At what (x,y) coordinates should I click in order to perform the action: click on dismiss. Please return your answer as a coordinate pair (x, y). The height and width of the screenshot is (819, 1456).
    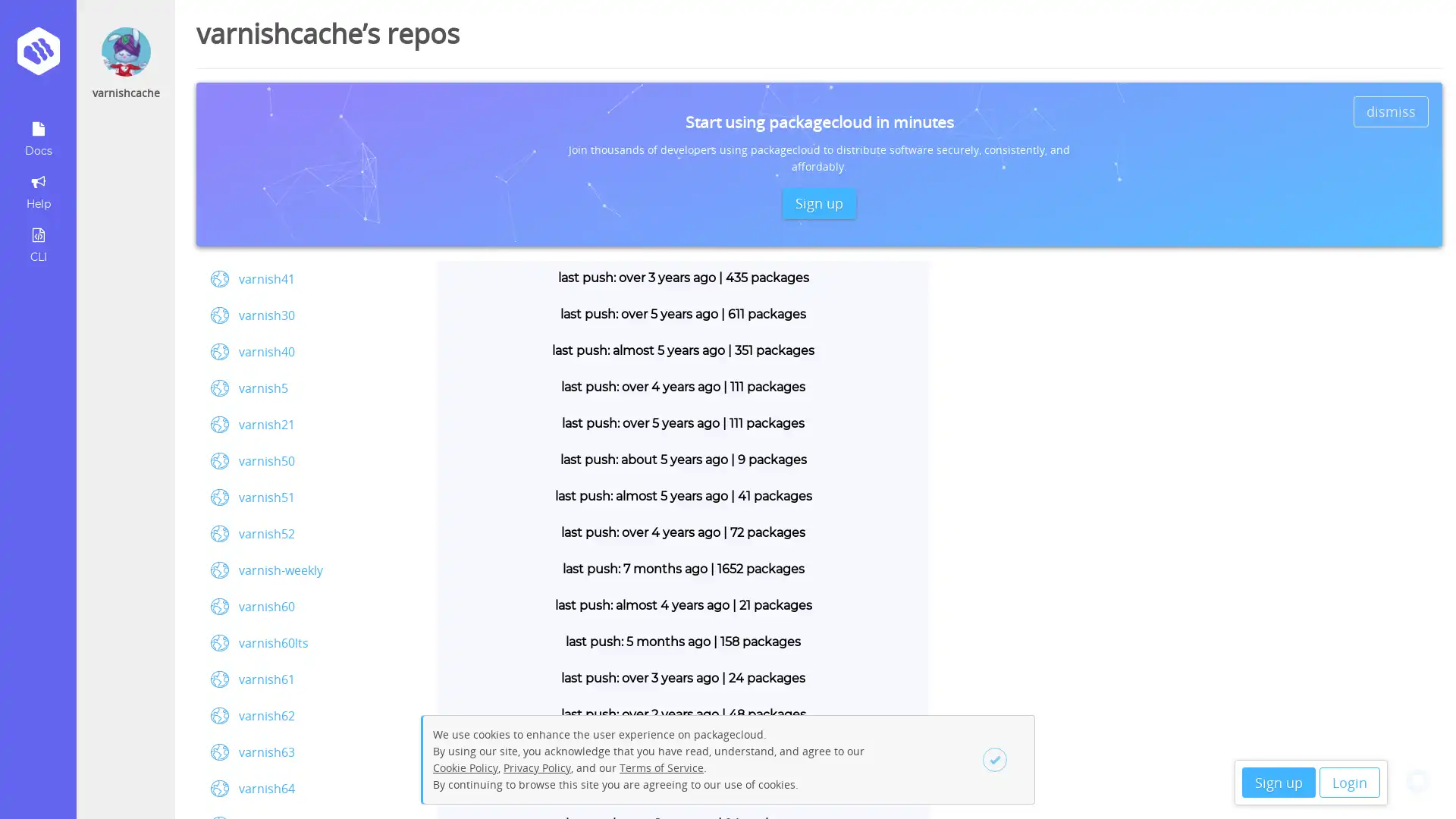
    Looking at the image, I should click on (1391, 110).